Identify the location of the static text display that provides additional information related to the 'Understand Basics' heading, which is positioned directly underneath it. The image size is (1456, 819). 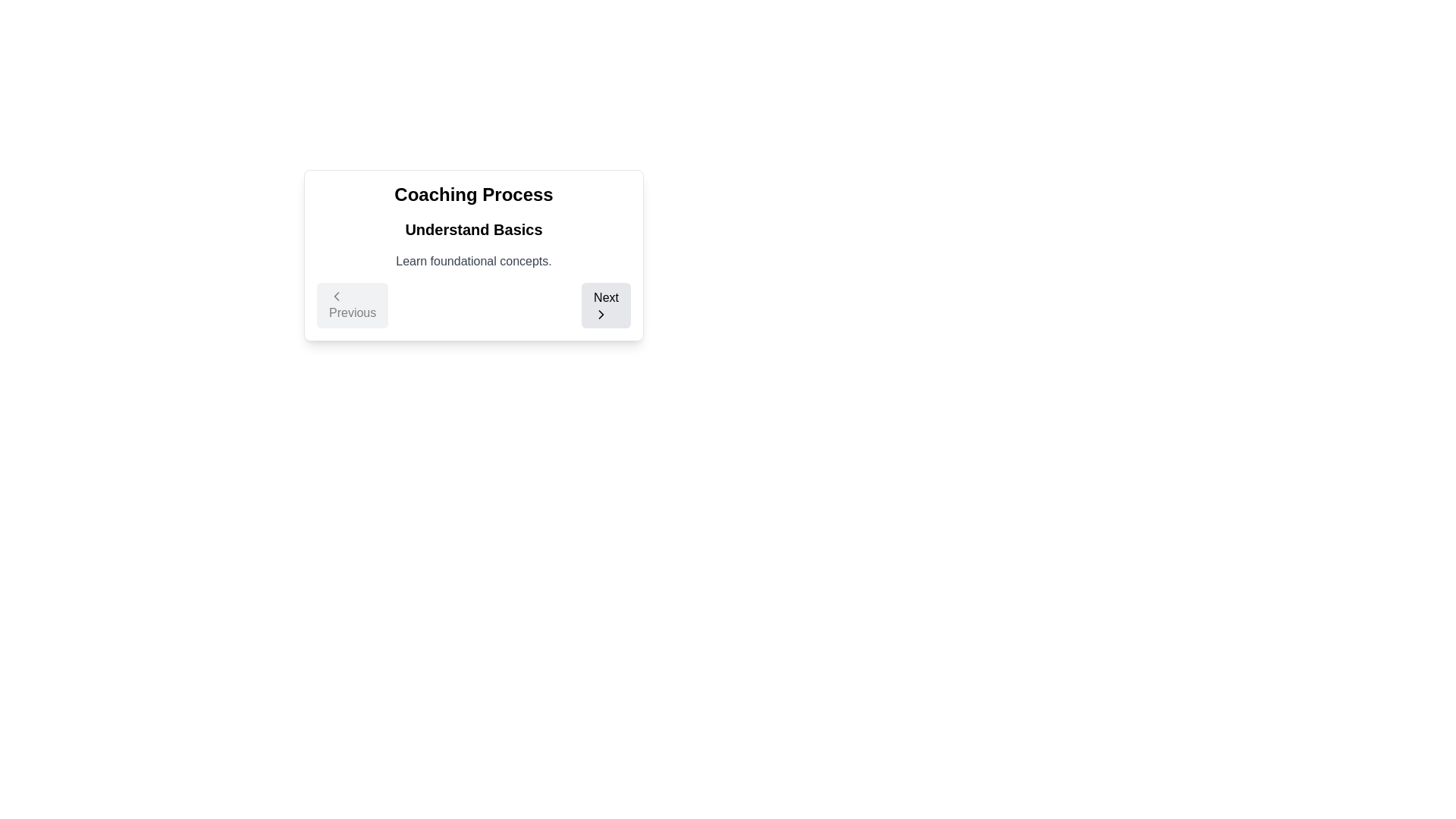
(472, 260).